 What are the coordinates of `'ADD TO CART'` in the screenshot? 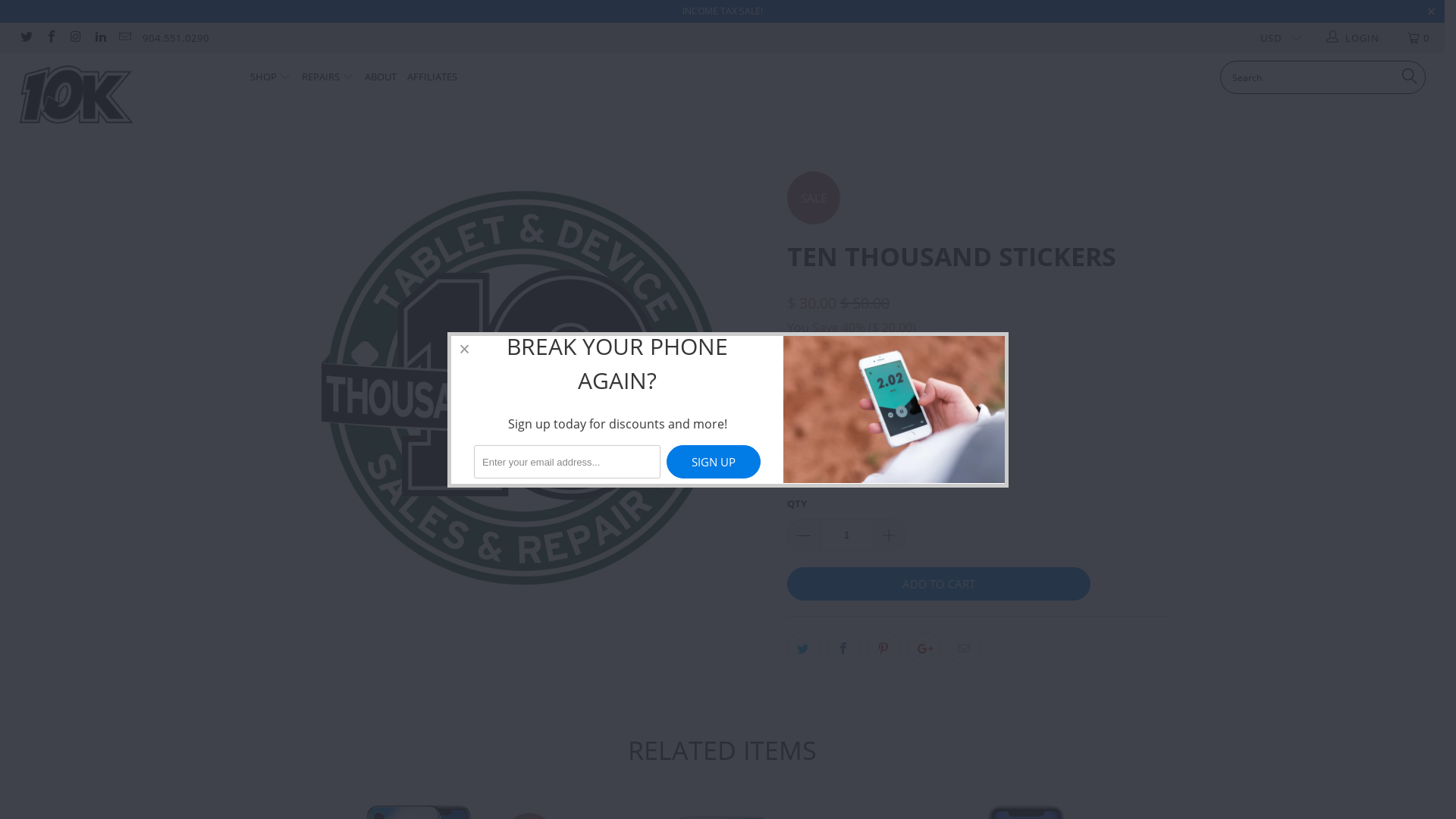 It's located at (938, 583).